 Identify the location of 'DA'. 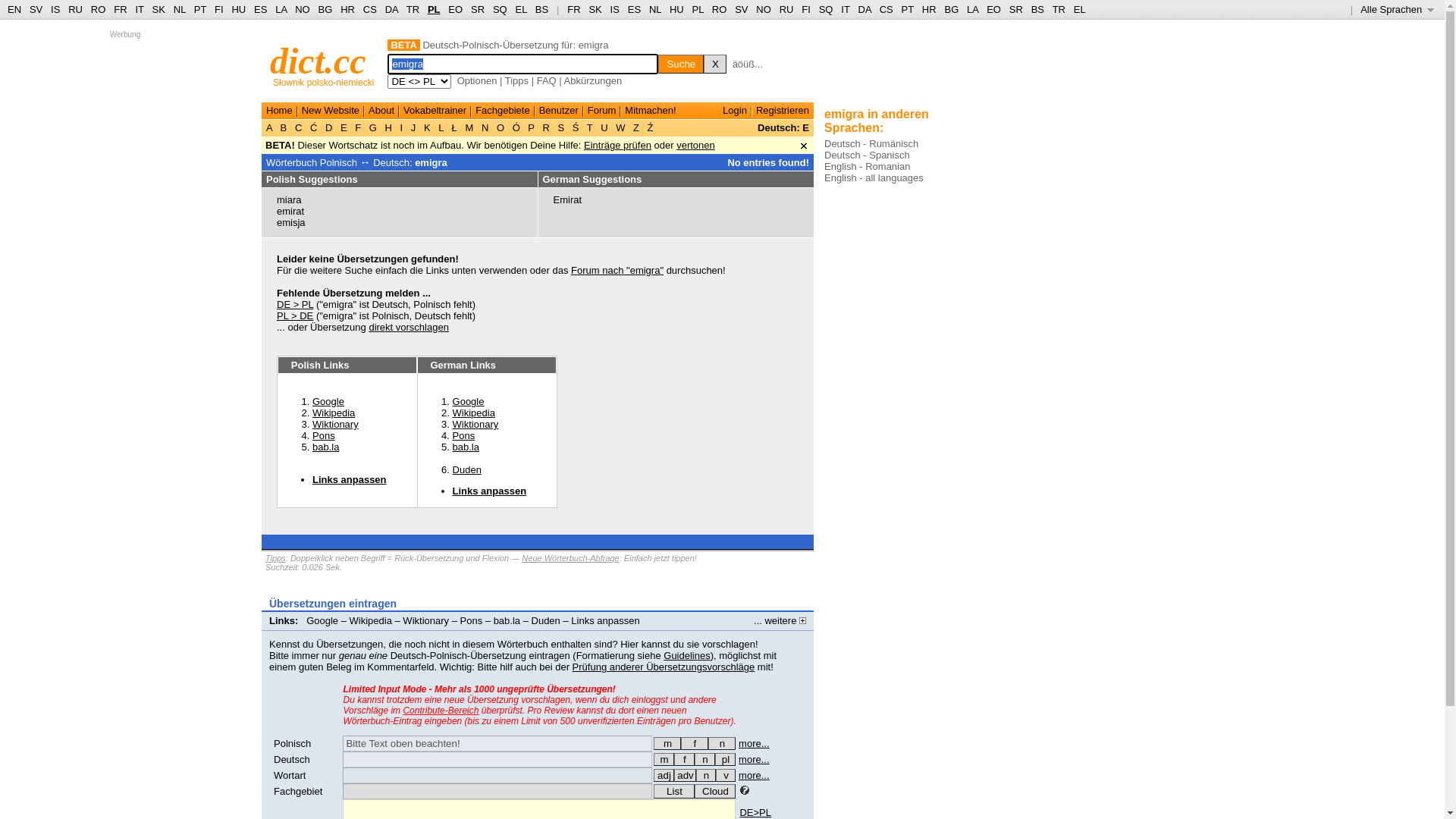
(864, 9).